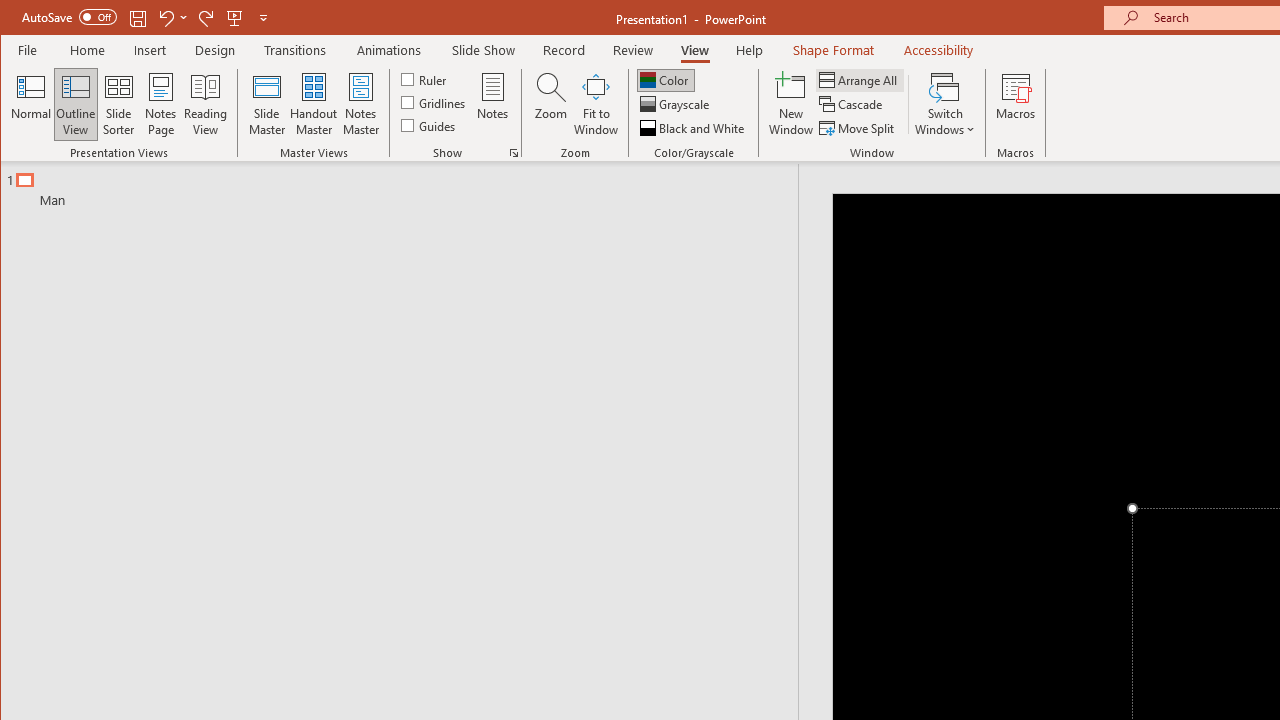 The width and height of the screenshot is (1280, 720). Describe the element at coordinates (160, 104) in the screenshot. I see `'Notes Page'` at that location.